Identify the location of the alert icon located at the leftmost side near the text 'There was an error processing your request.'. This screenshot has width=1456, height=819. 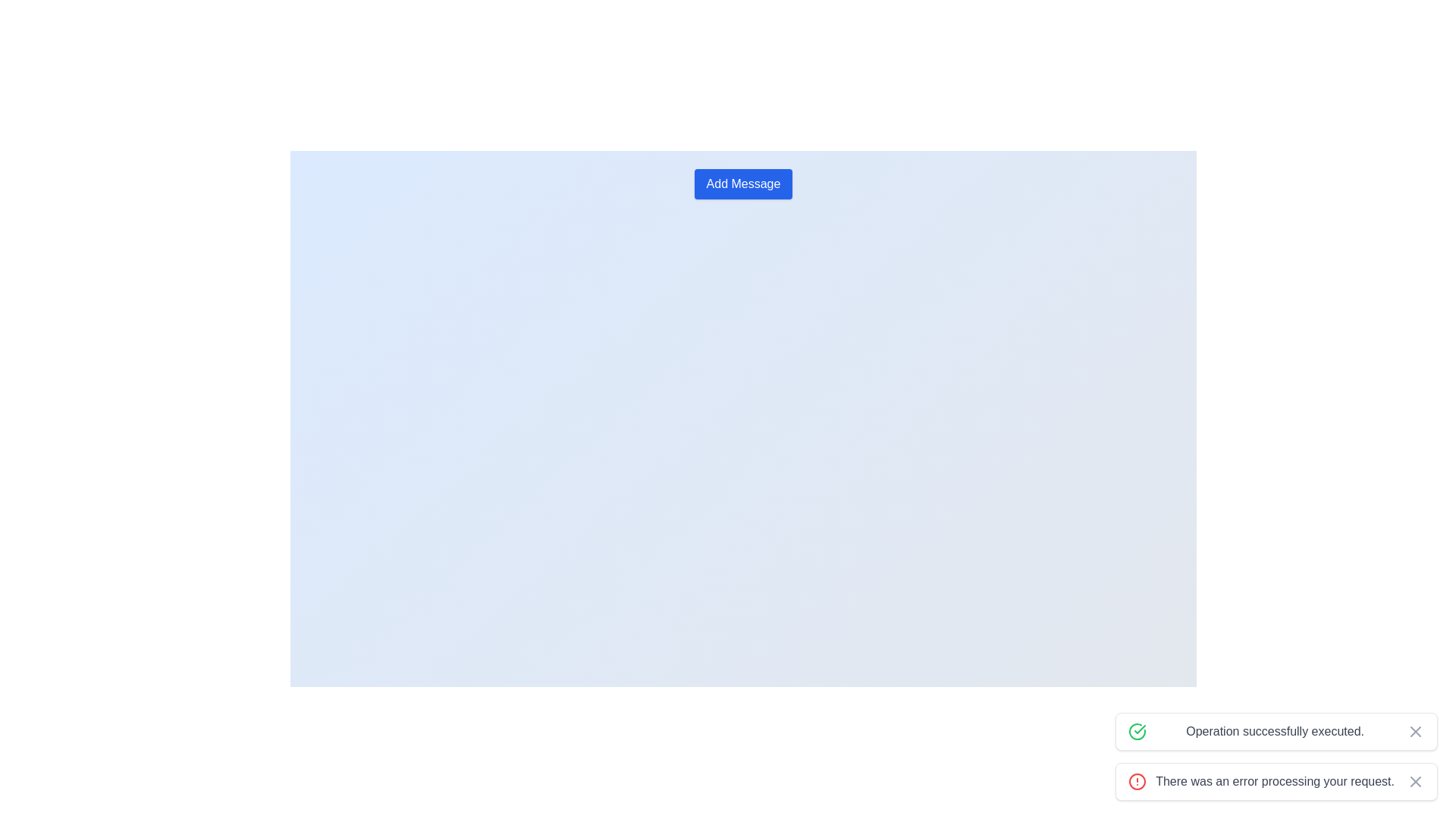
(1137, 781).